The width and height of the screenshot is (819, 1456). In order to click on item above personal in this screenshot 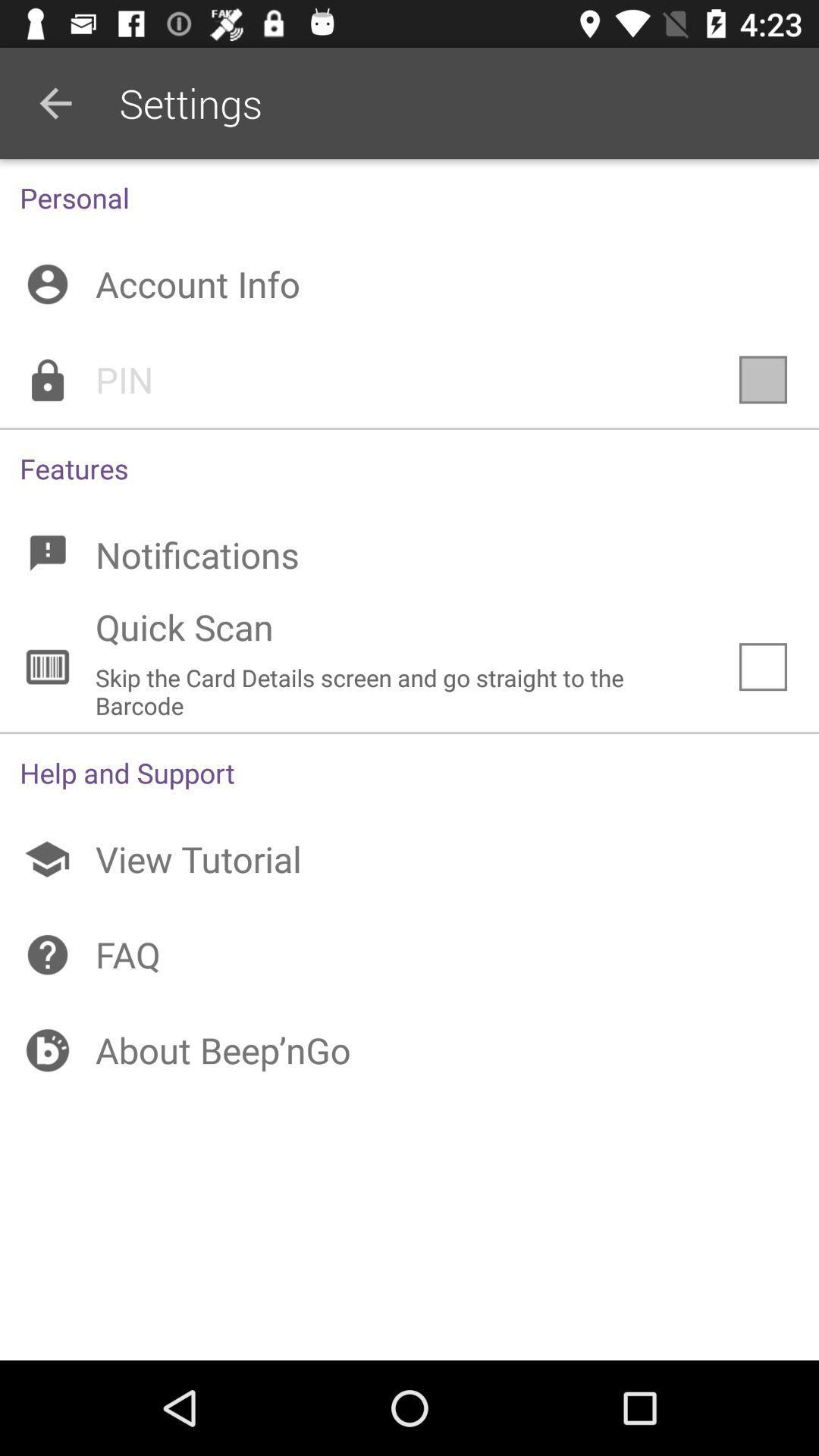, I will do `click(55, 102)`.